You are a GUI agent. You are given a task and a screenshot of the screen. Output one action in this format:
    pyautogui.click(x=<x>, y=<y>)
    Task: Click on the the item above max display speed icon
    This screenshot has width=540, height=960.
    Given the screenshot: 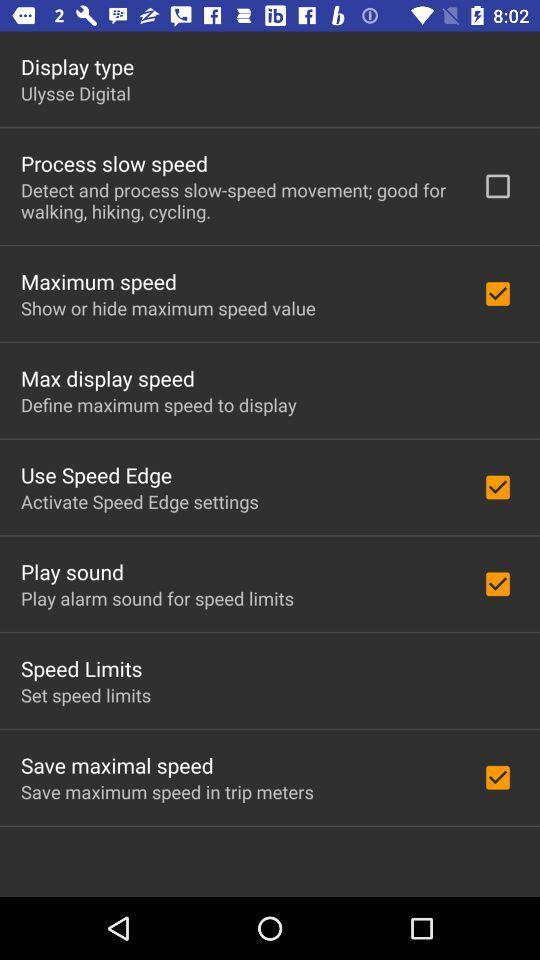 What is the action you would take?
    pyautogui.click(x=167, y=308)
    